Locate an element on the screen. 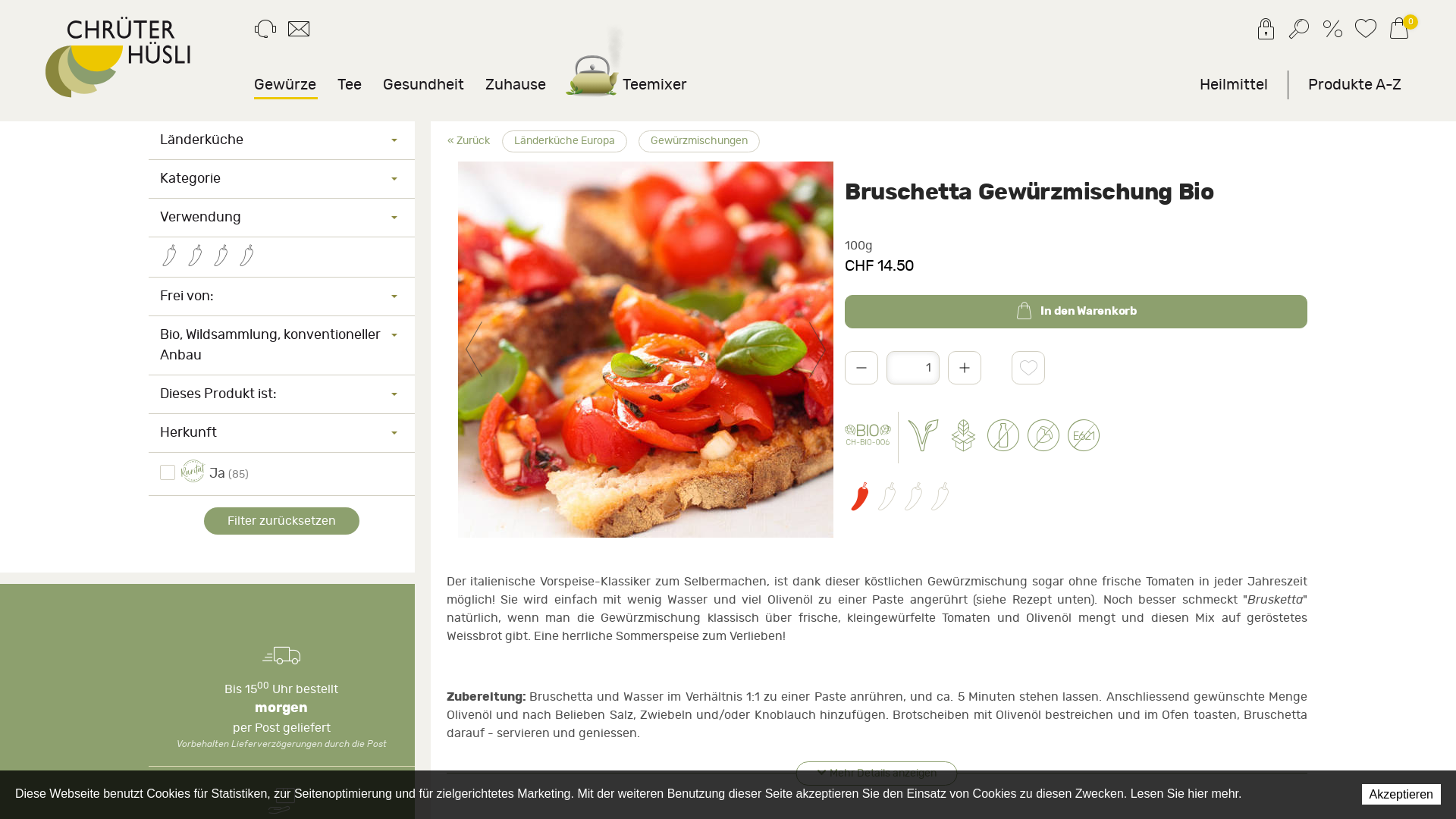  'Weiter' is located at coordinates (817, 350).